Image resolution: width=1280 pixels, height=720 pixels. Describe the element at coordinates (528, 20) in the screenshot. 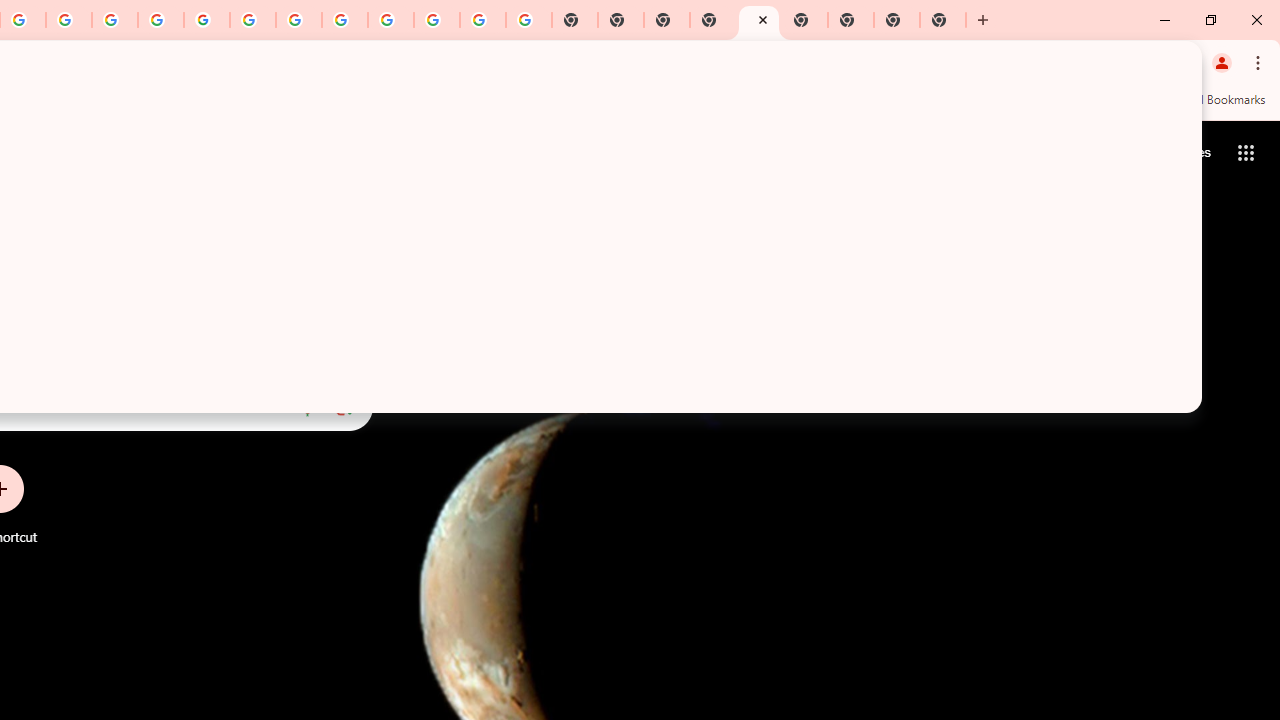

I see `'Google Images'` at that location.